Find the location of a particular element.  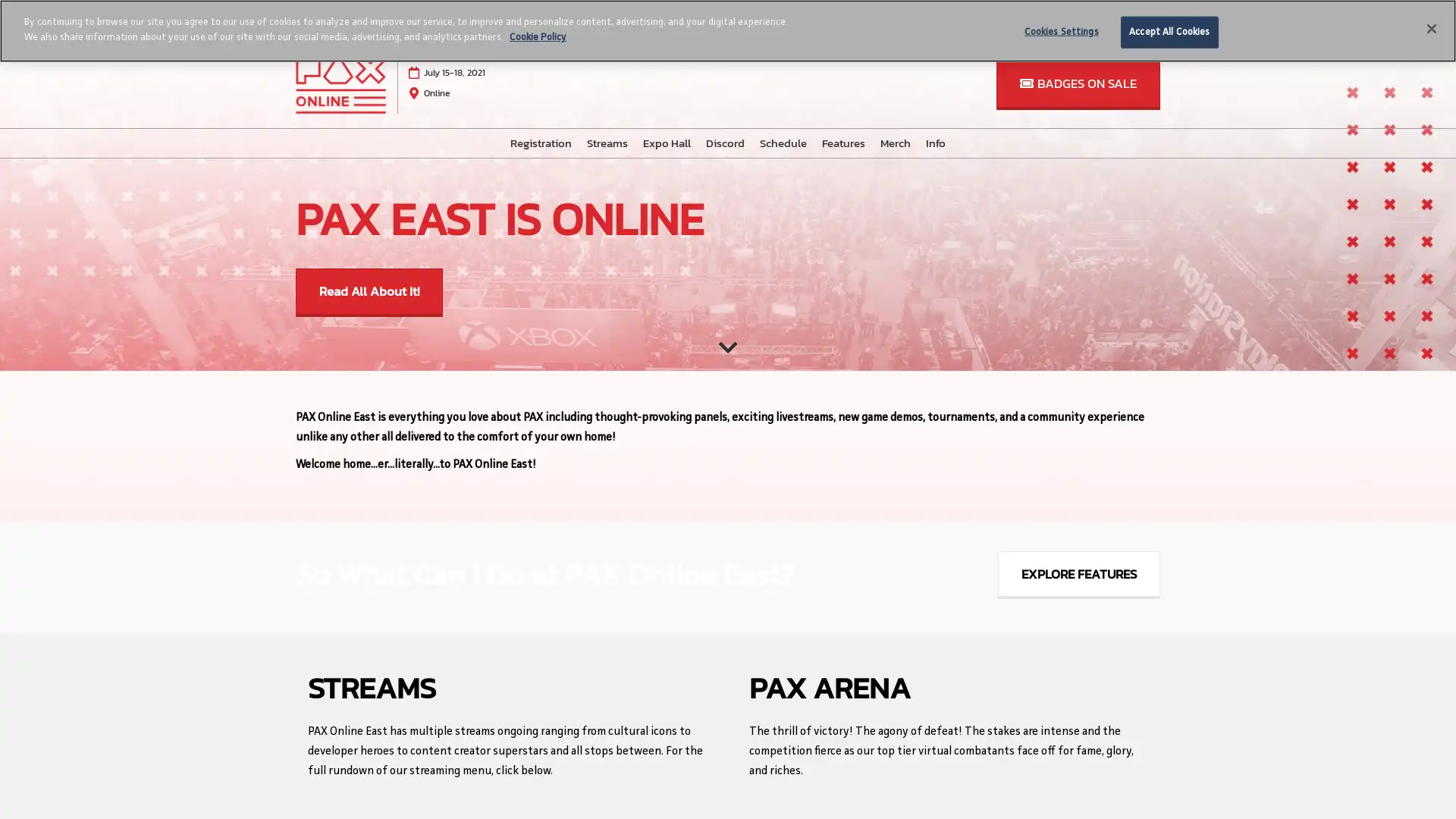

Accept All Cookies is located at coordinates (1168, 32).